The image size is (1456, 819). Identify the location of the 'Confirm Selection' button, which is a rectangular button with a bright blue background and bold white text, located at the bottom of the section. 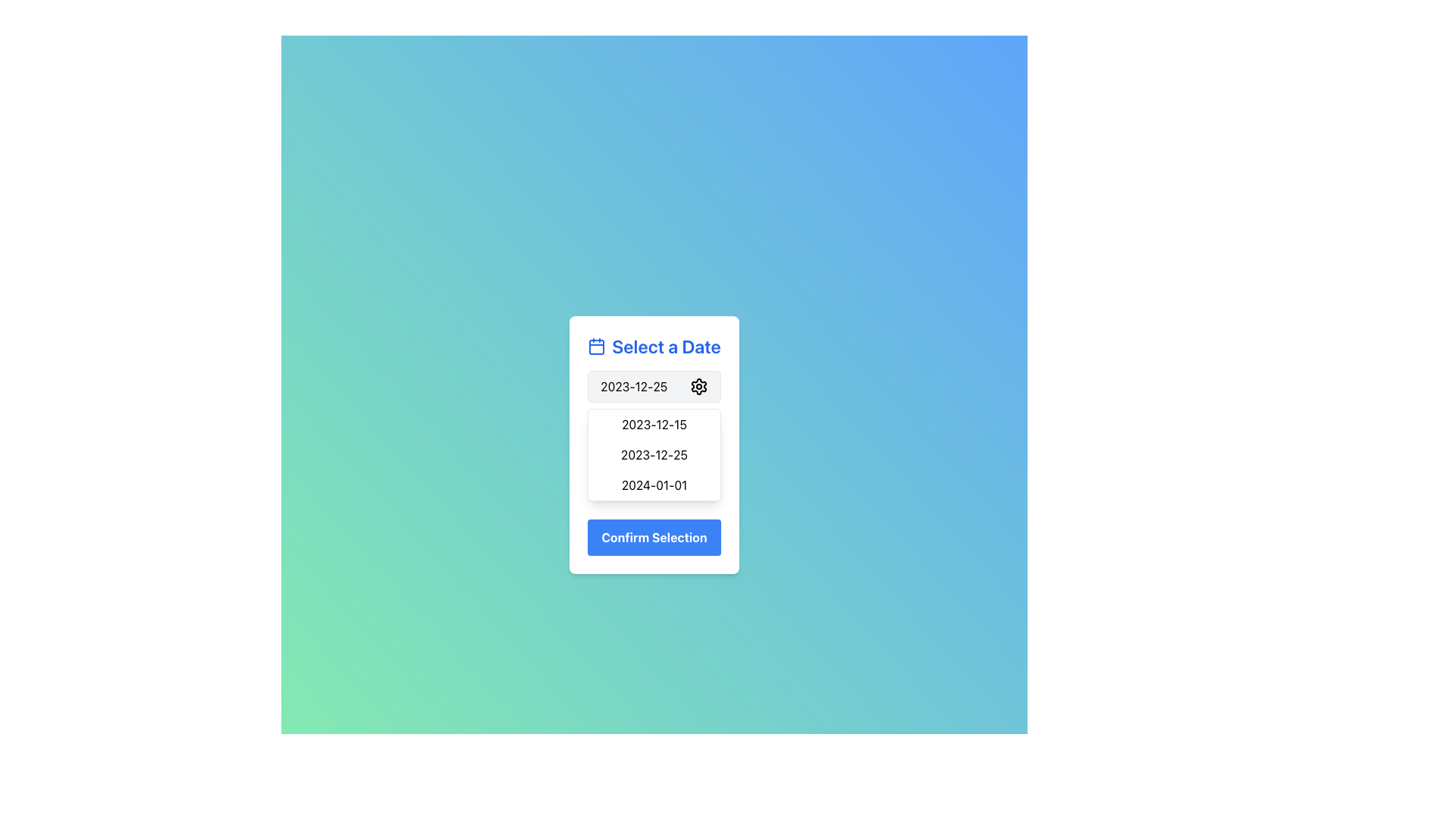
(654, 537).